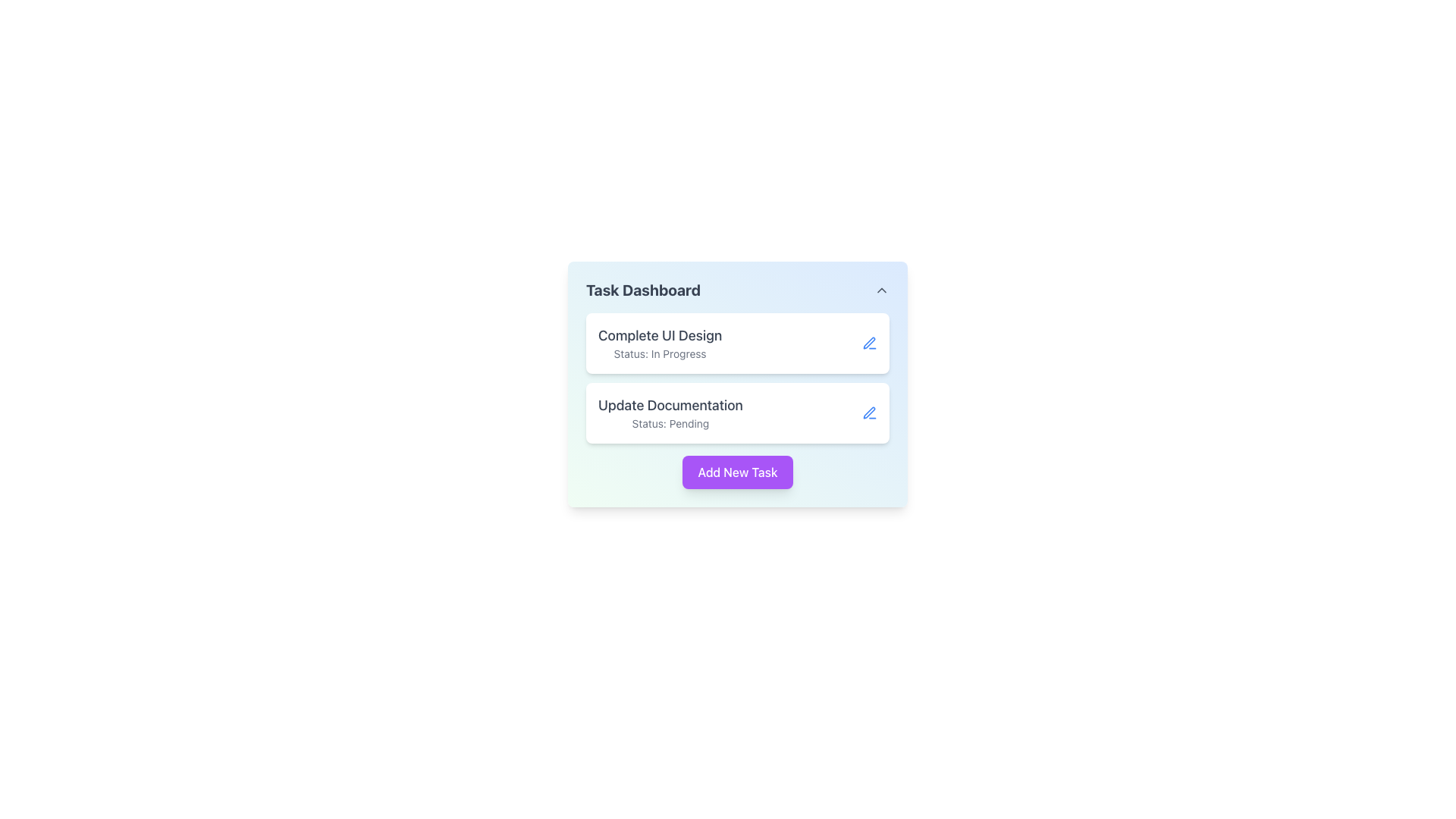 The width and height of the screenshot is (1456, 819). Describe the element at coordinates (869, 343) in the screenshot. I see `the pen icon button adjacent to the 'Update Documentation' task option` at that location.